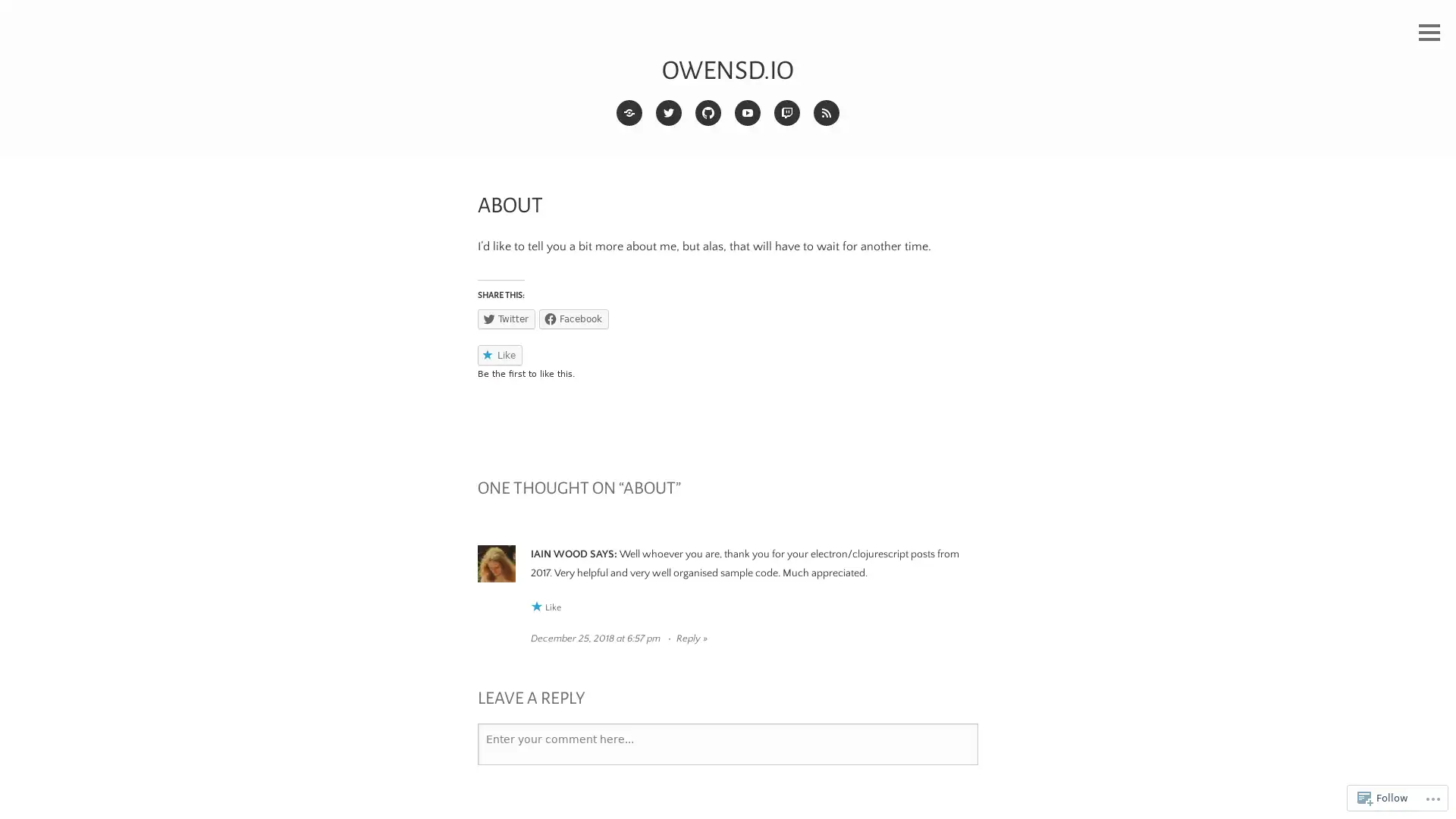 This screenshot has height=819, width=1456. I want to click on Sidebar, so click(1429, 33).